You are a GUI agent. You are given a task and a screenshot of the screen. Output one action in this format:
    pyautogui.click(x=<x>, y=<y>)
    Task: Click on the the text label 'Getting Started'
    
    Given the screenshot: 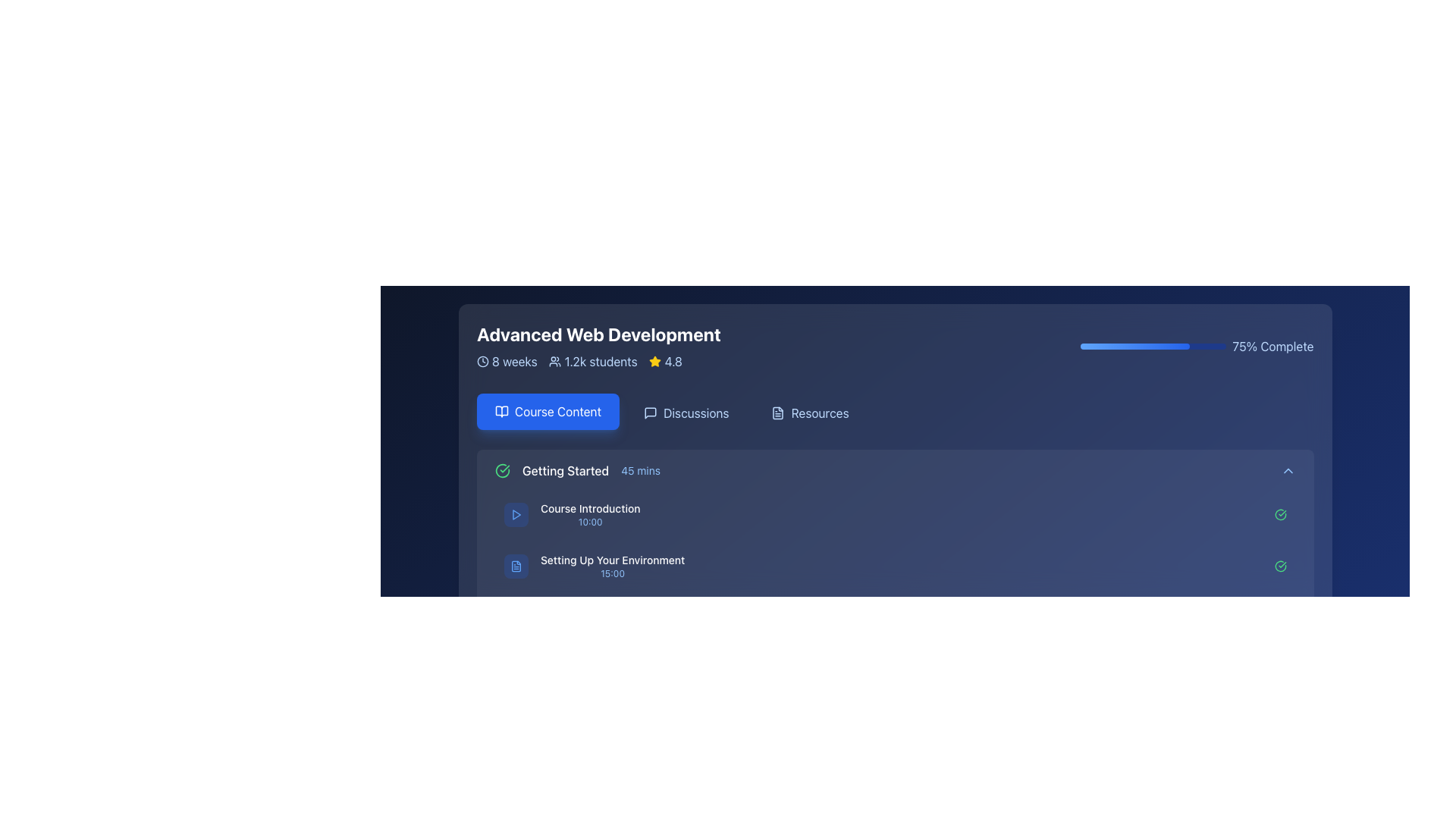 What is the action you would take?
    pyautogui.click(x=564, y=470)
    